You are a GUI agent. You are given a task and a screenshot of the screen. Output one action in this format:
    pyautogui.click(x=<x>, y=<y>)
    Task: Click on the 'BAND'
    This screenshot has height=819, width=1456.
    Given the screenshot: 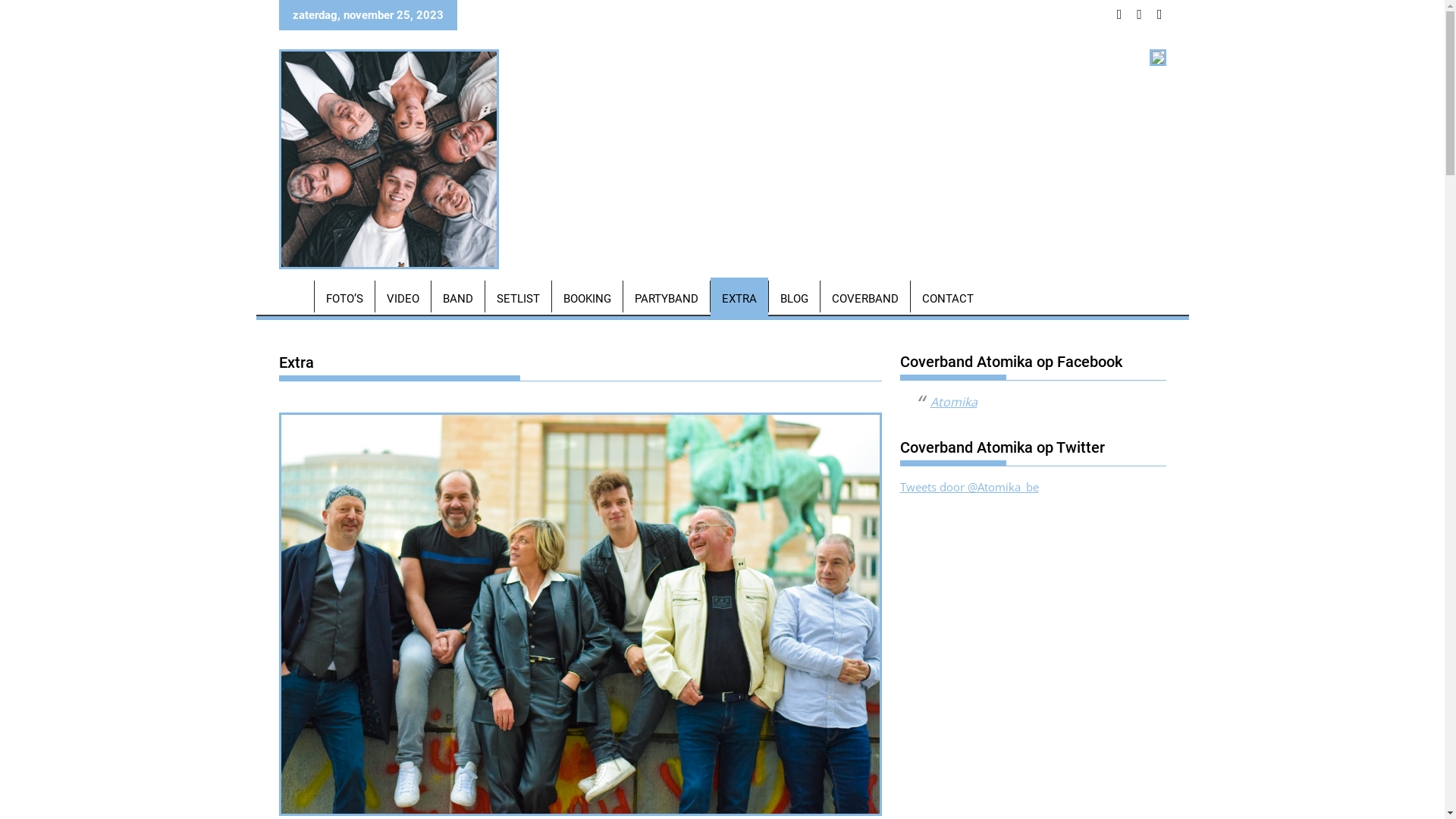 What is the action you would take?
    pyautogui.click(x=429, y=298)
    